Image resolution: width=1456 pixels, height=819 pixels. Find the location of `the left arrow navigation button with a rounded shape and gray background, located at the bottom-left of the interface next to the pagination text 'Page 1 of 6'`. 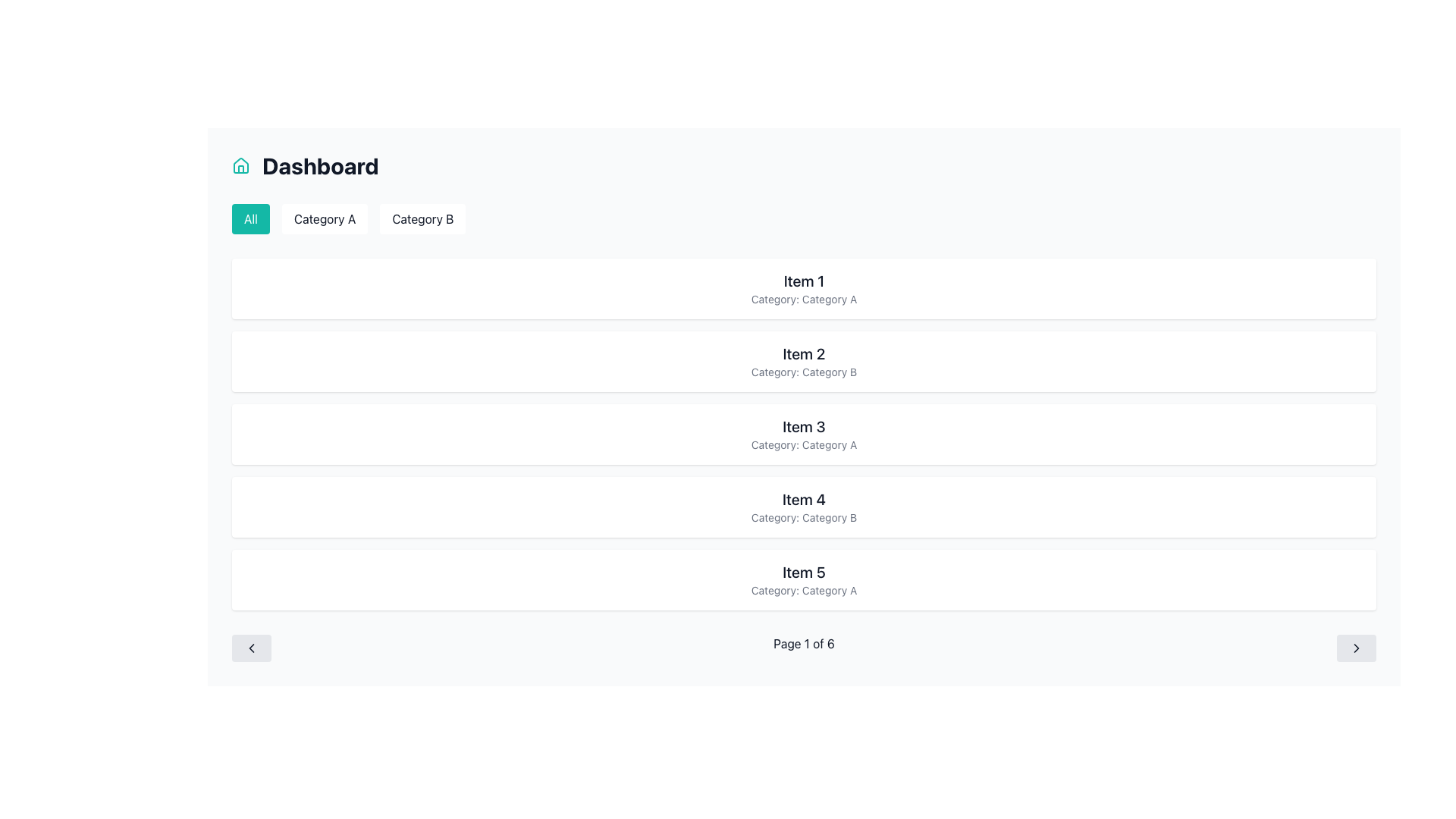

the left arrow navigation button with a rounded shape and gray background, located at the bottom-left of the interface next to the pagination text 'Page 1 of 6' is located at coordinates (251, 648).